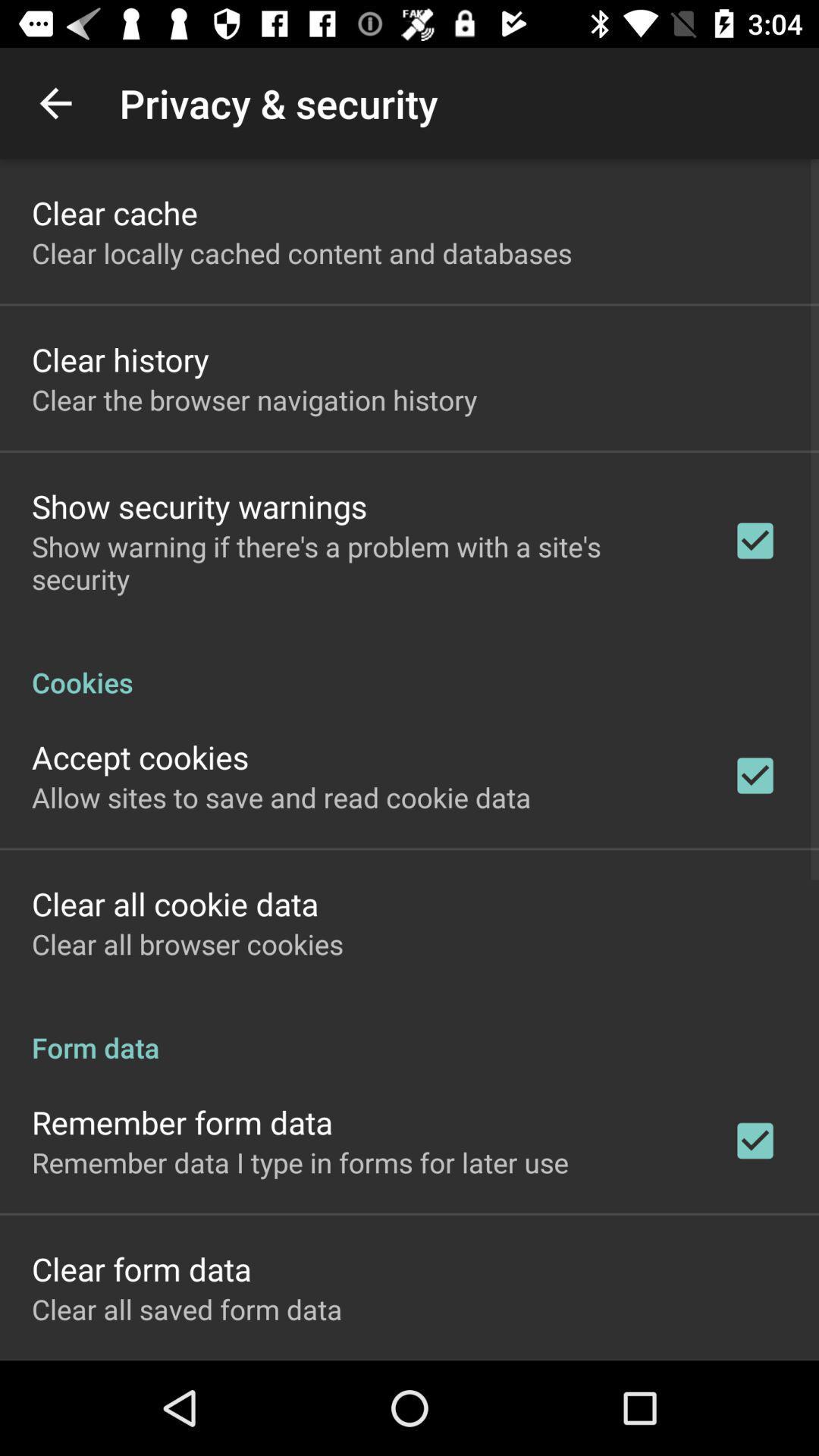 The image size is (819, 1456). What do you see at coordinates (281, 796) in the screenshot?
I see `the icon below the accept cookies` at bounding box center [281, 796].